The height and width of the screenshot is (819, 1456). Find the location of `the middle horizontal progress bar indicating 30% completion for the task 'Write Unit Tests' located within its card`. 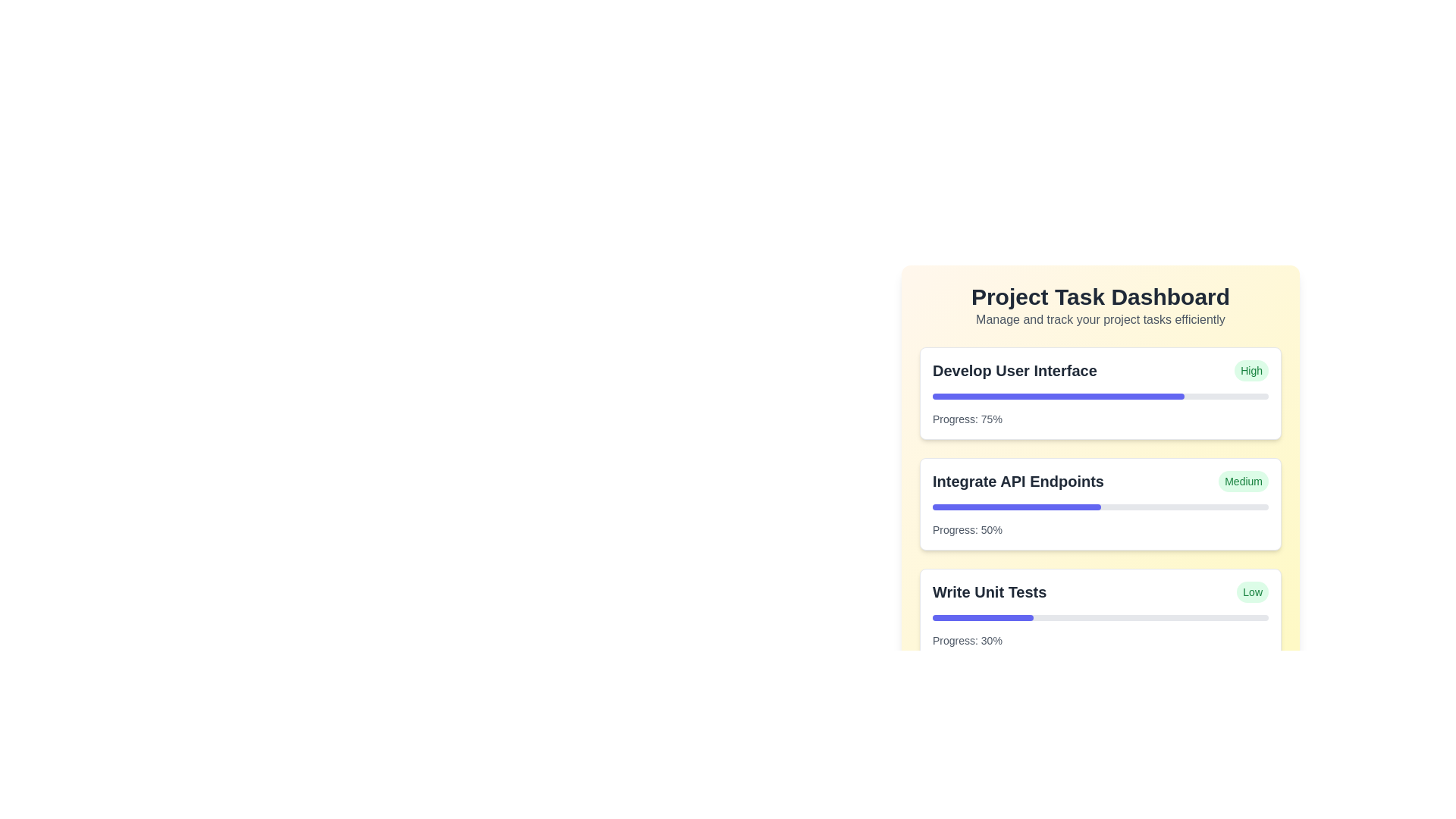

the middle horizontal progress bar indicating 30% completion for the task 'Write Unit Tests' located within its card is located at coordinates (1100, 617).